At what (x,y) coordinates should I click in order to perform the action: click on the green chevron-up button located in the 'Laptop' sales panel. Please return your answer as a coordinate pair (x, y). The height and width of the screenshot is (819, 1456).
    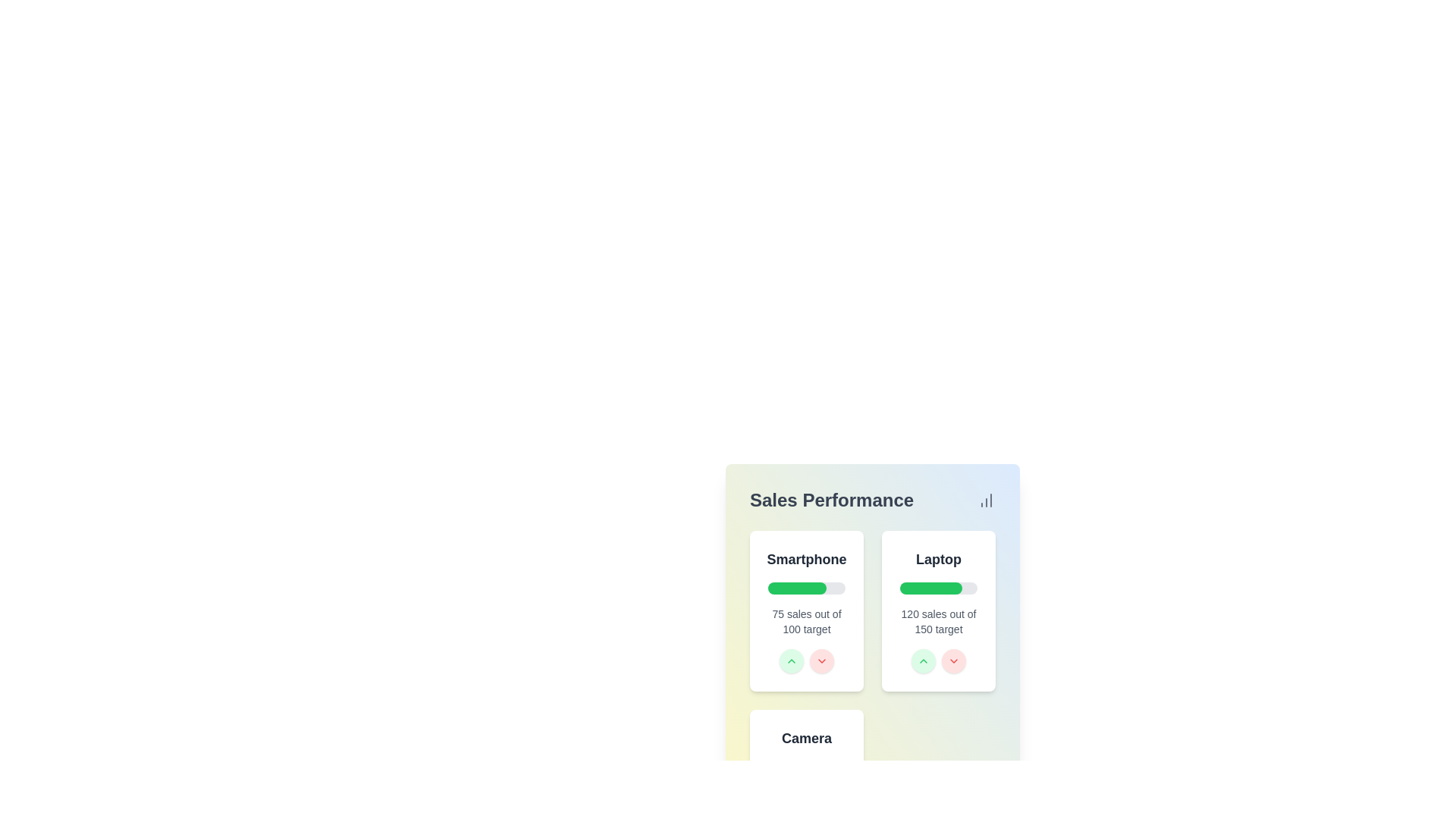
    Looking at the image, I should click on (923, 660).